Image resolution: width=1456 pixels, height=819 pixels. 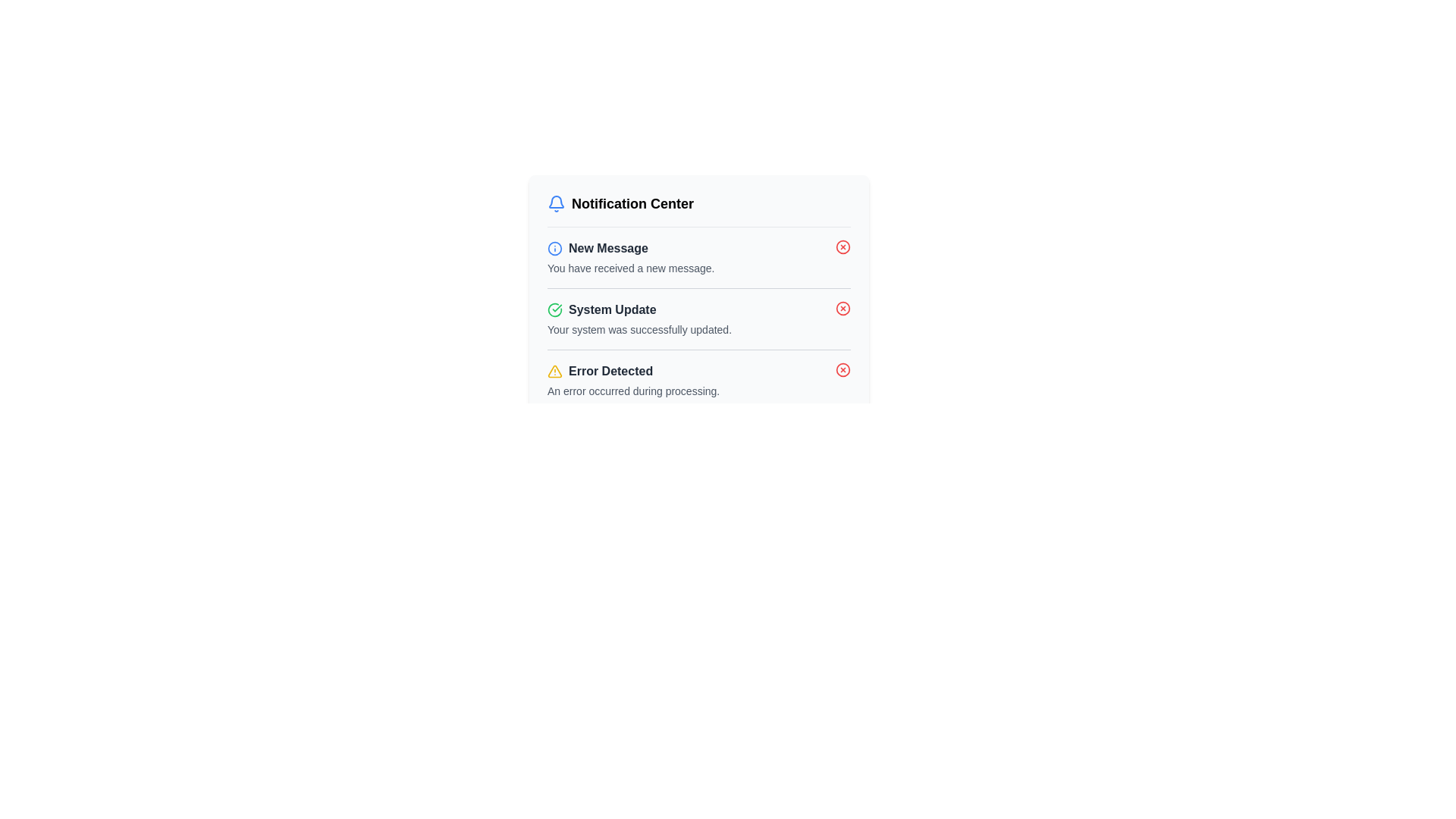 I want to click on the notification component that informs the user about a successful system update by clicking on its title or icon for additional details, so click(x=698, y=318).